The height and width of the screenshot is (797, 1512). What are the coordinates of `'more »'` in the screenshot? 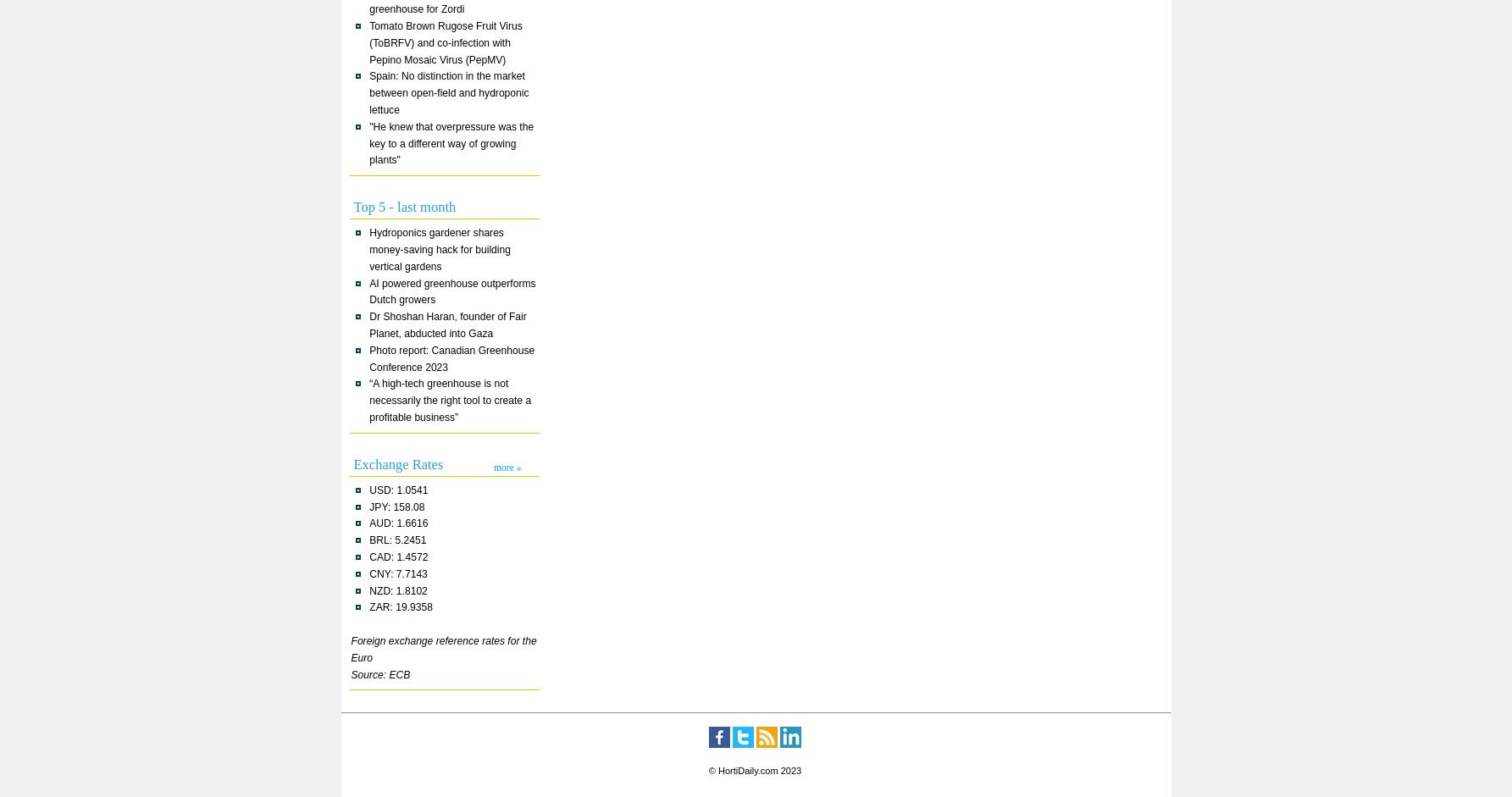 It's located at (507, 466).